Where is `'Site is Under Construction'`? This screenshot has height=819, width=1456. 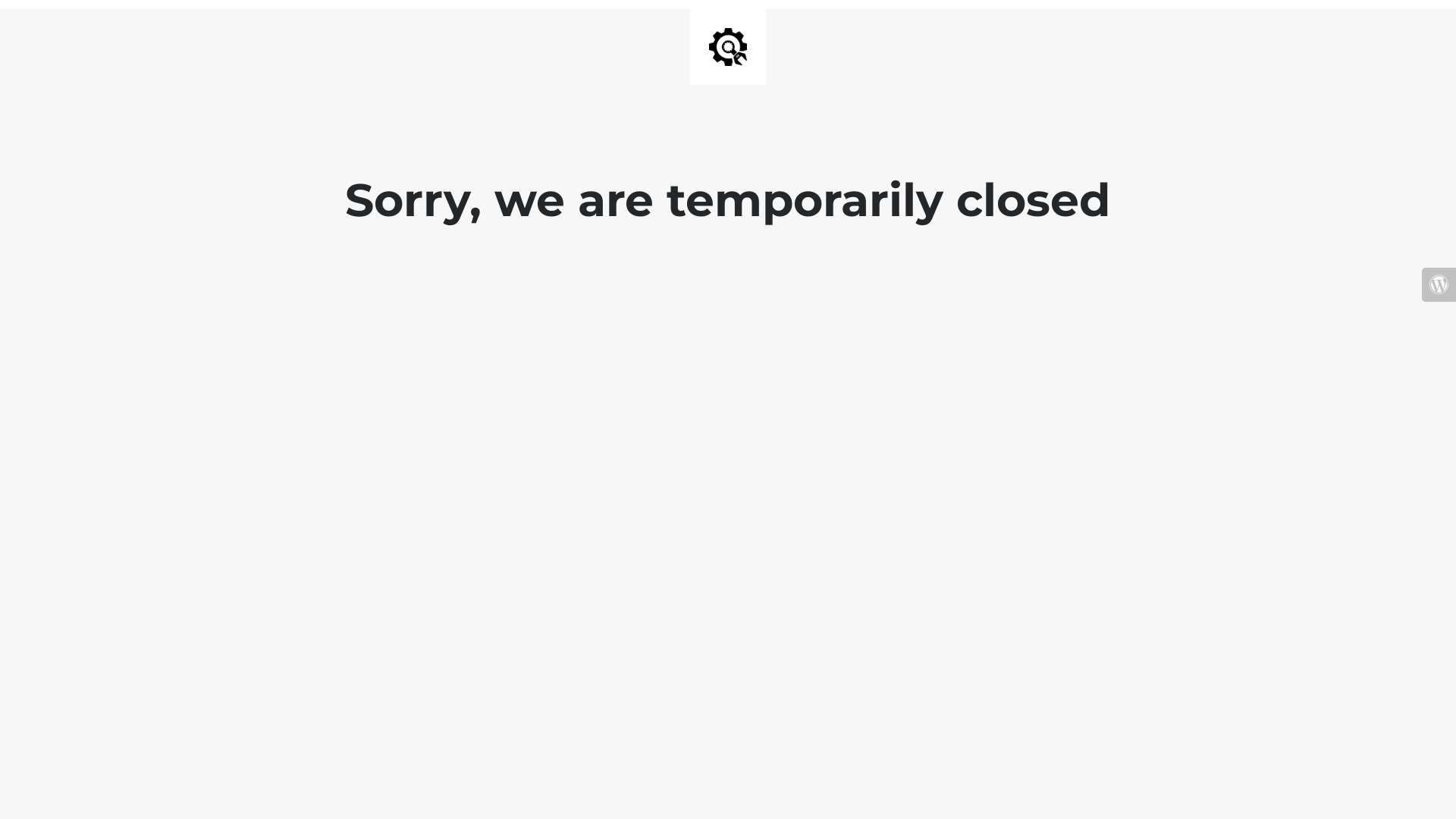 'Site is Under Construction' is located at coordinates (728, 45).